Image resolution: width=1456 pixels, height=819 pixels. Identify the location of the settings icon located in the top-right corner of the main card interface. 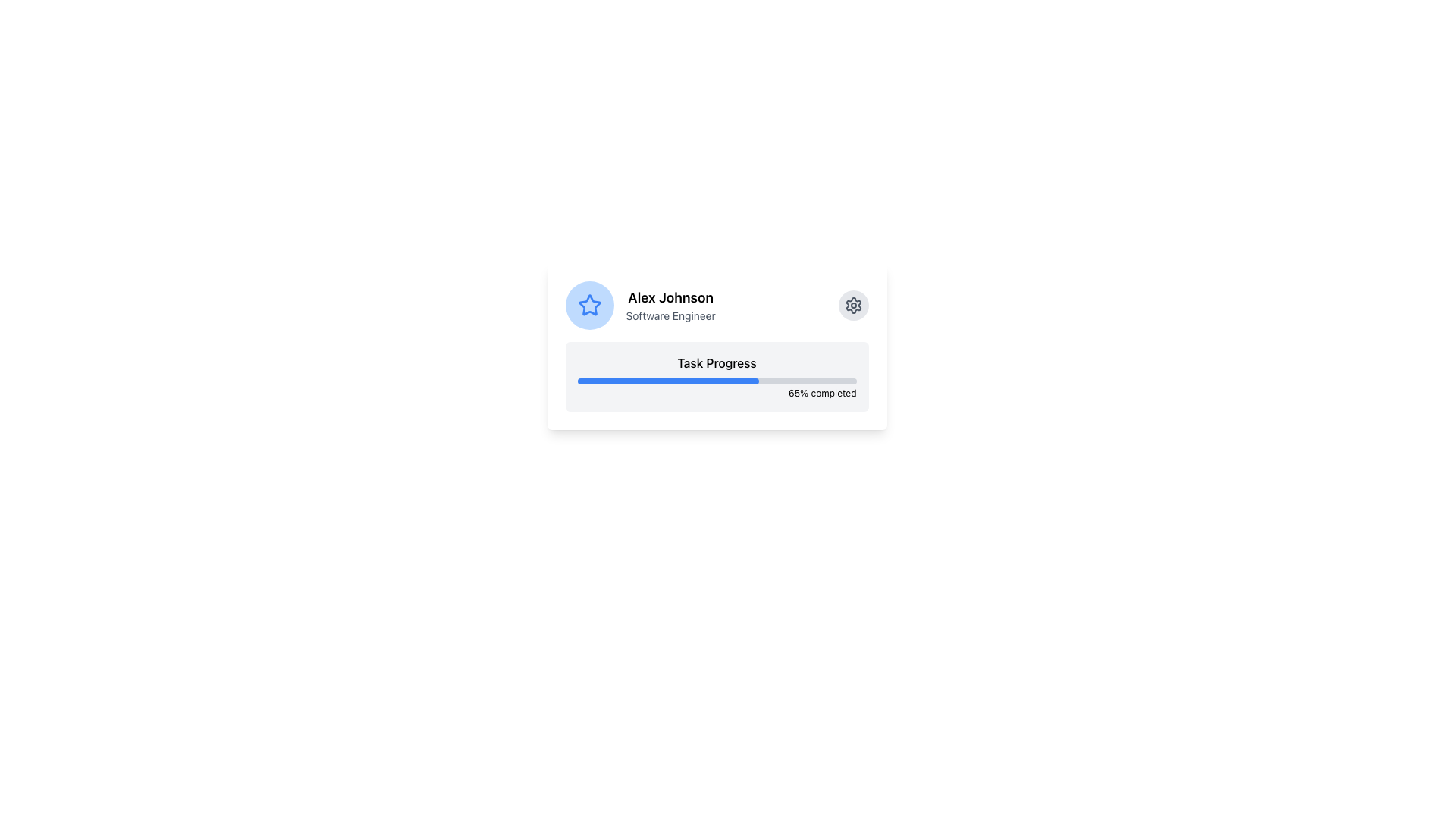
(853, 305).